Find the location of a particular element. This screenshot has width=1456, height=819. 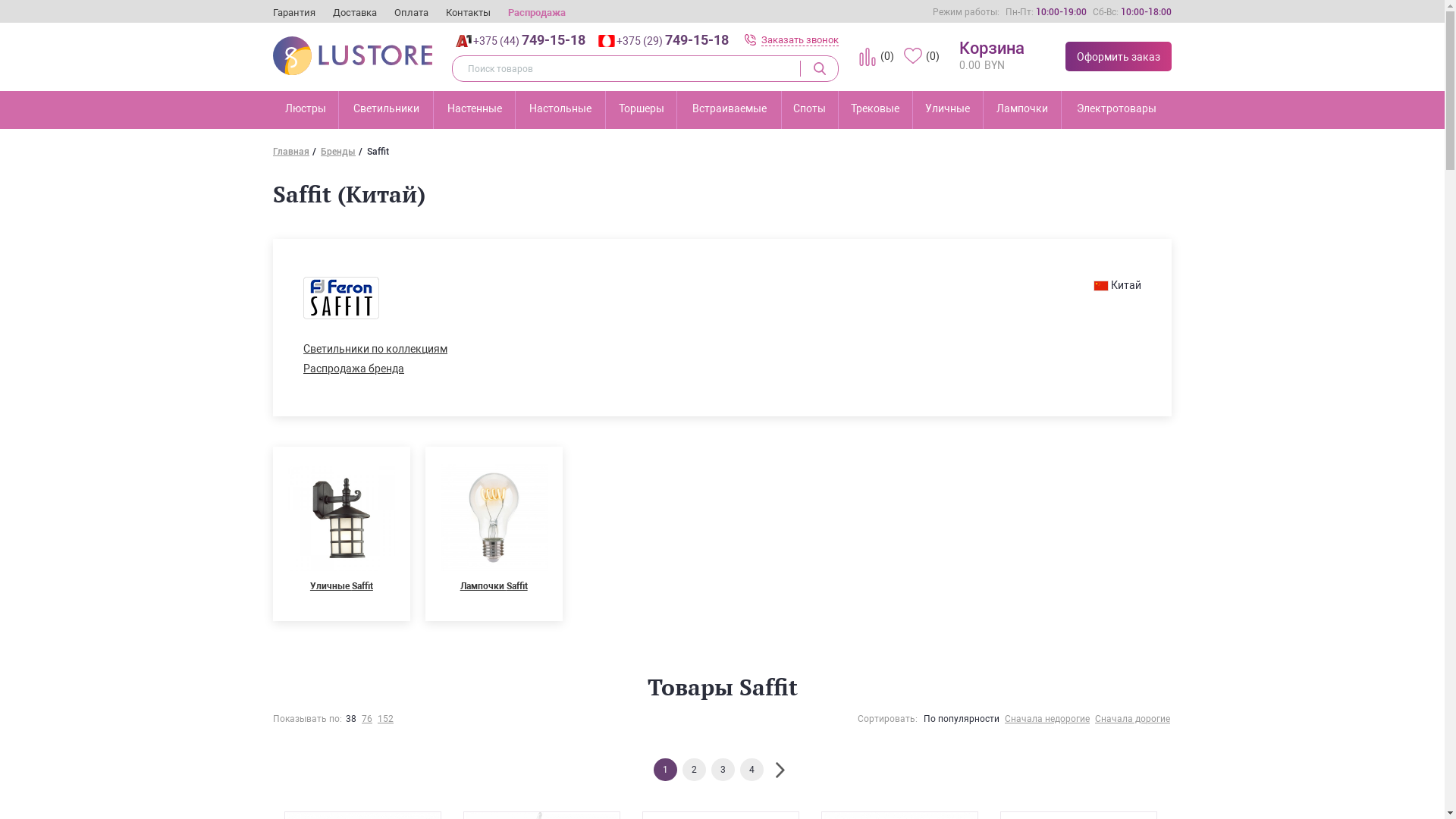

'(0)' is located at coordinates (876, 55).